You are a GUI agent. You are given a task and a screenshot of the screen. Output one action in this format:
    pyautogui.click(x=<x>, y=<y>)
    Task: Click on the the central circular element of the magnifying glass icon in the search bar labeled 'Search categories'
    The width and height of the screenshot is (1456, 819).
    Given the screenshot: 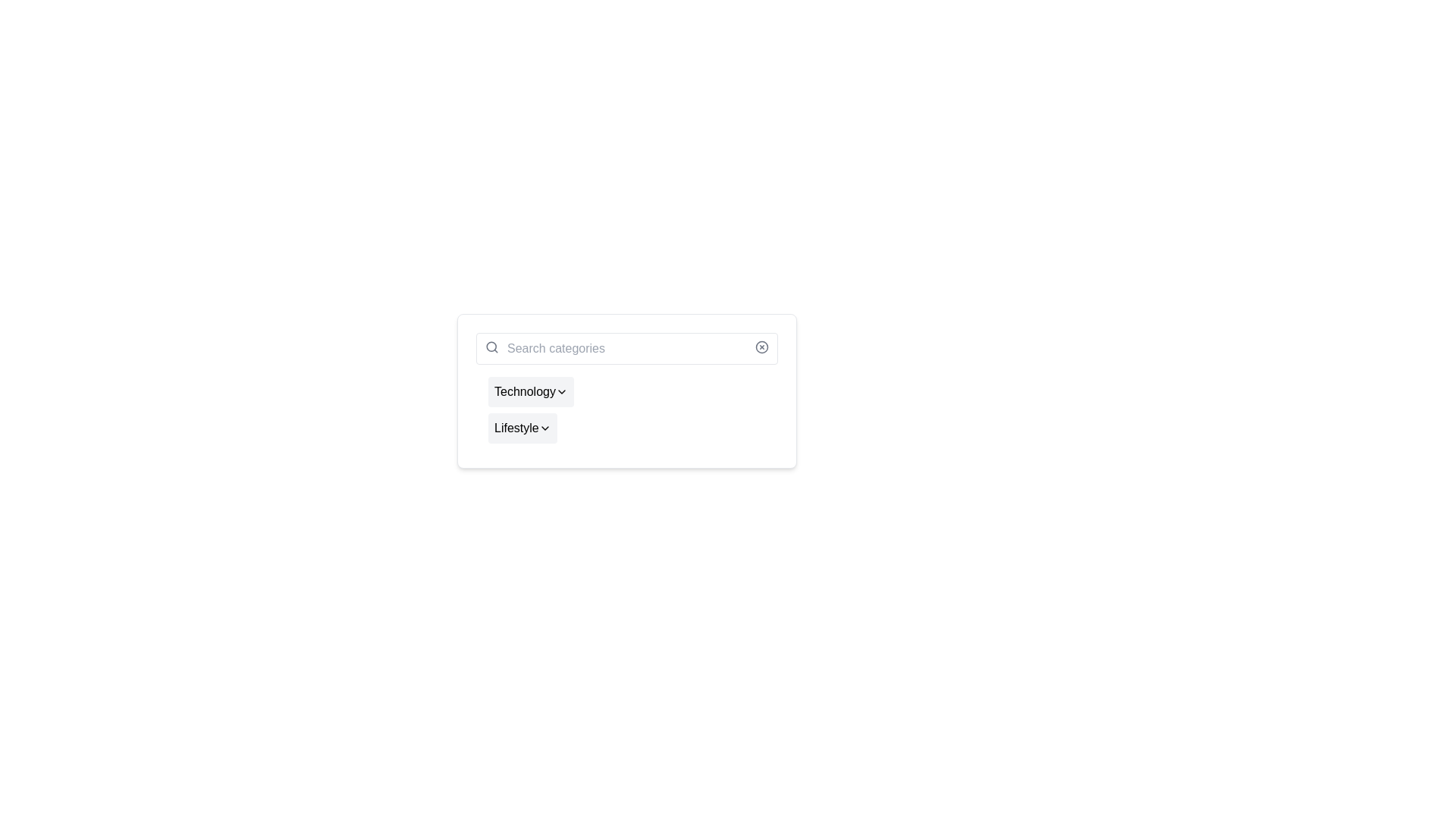 What is the action you would take?
    pyautogui.click(x=491, y=347)
    